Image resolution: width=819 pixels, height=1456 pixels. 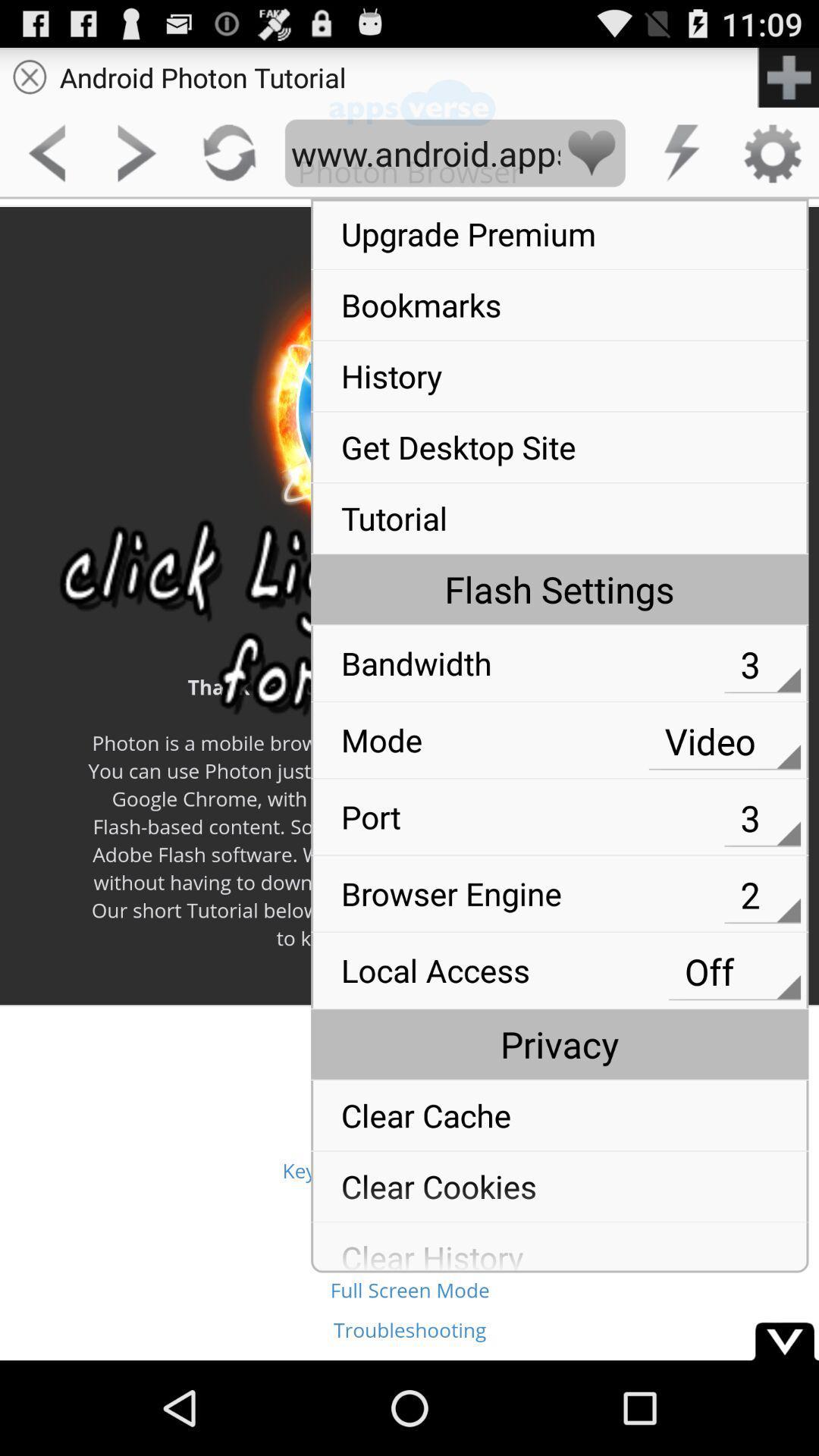 I want to click on the refresh icon, so click(x=228, y=164).